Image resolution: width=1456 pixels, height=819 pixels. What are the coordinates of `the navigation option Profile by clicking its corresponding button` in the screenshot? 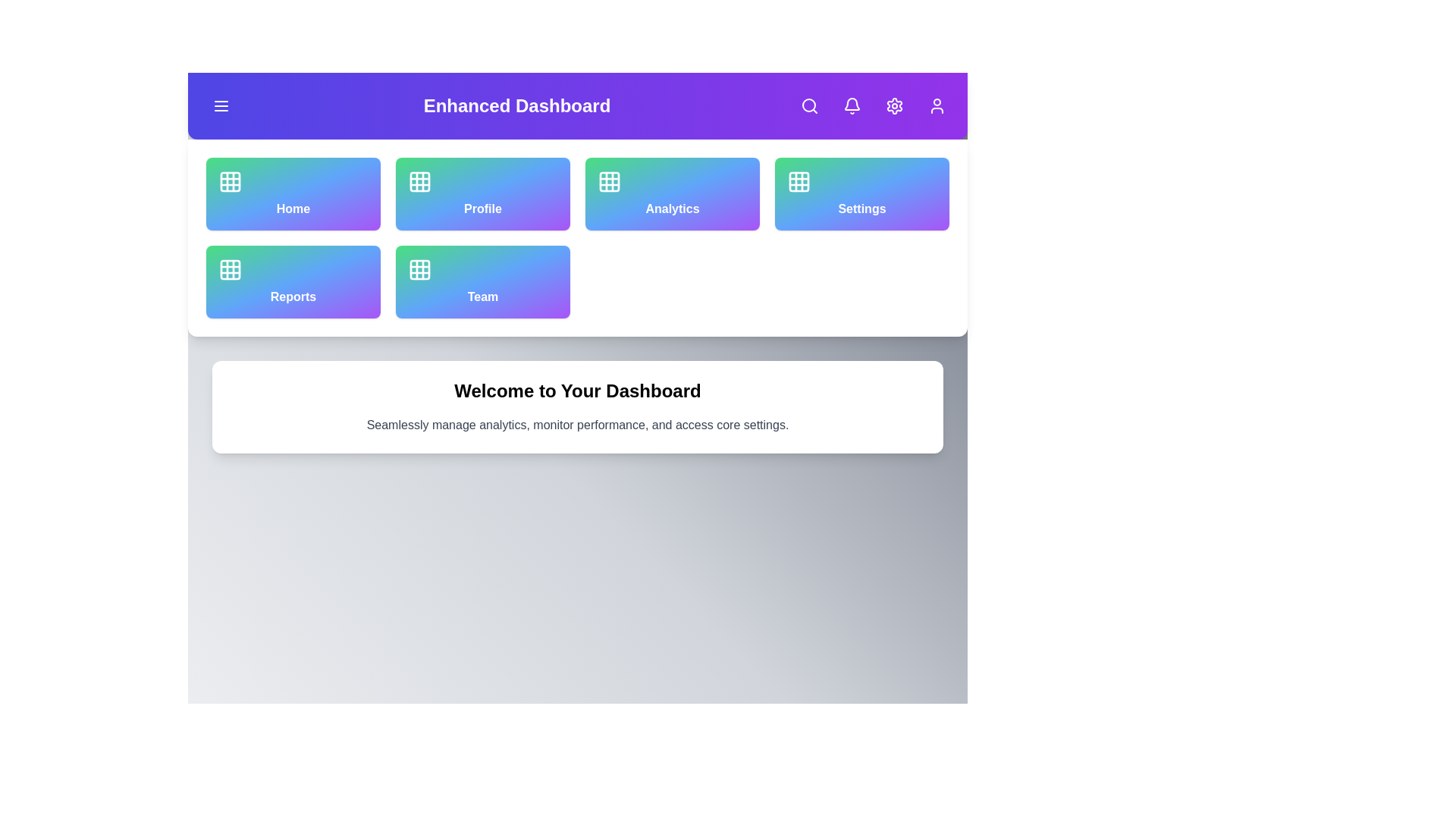 It's located at (482, 193).